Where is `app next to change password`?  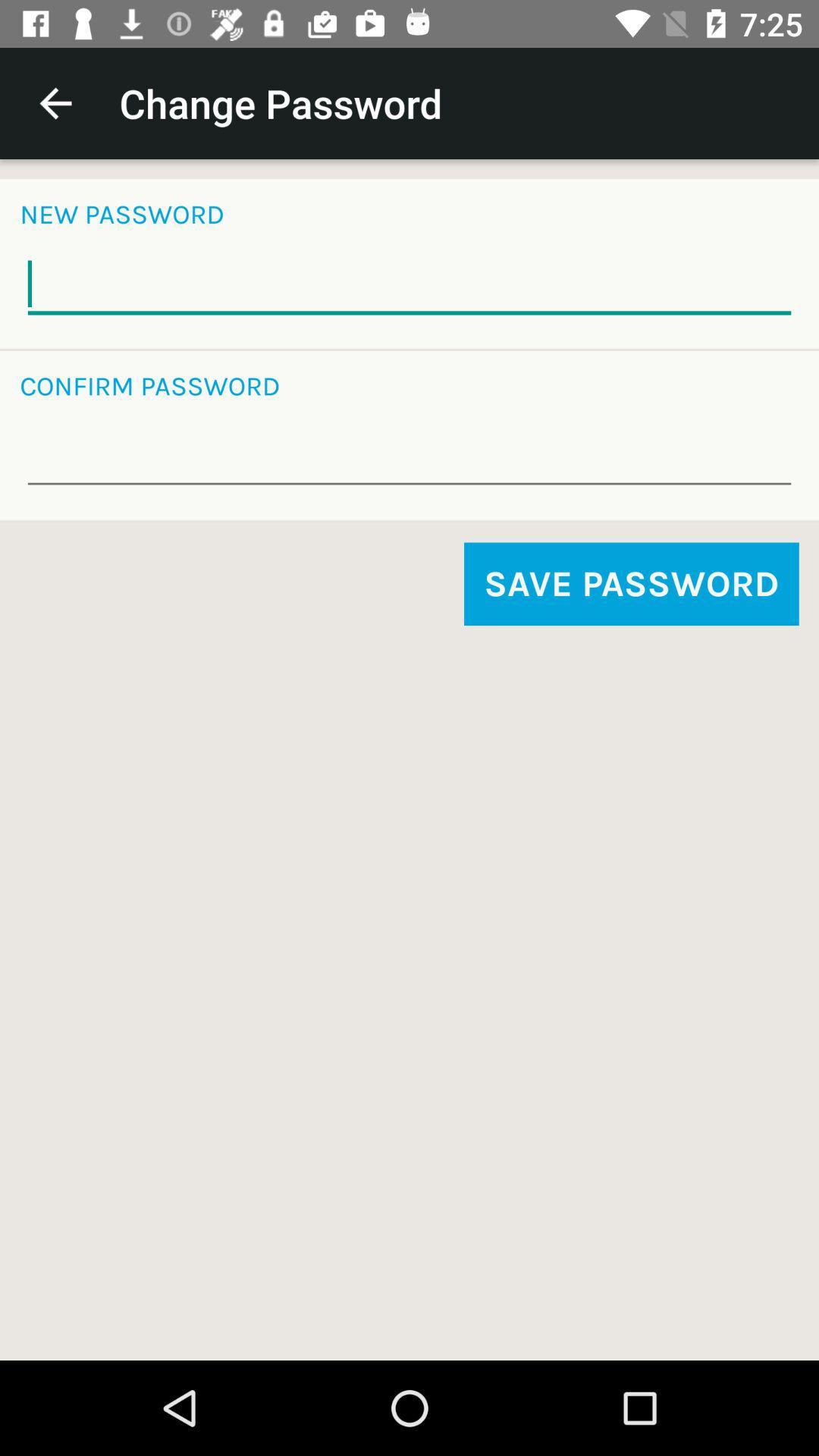 app next to change password is located at coordinates (55, 102).